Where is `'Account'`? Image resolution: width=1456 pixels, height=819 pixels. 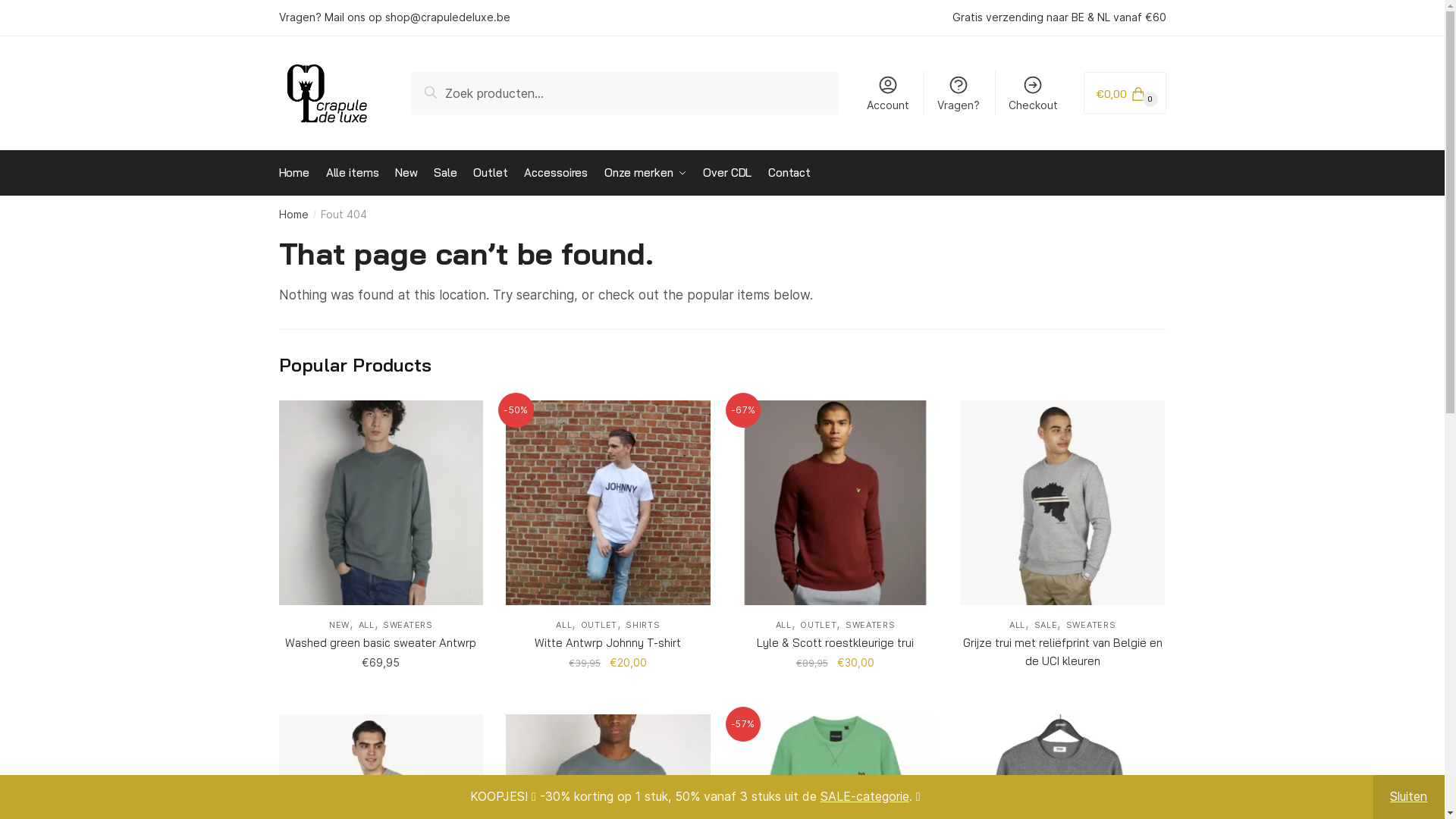
'Account' is located at coordinates (888, 93).